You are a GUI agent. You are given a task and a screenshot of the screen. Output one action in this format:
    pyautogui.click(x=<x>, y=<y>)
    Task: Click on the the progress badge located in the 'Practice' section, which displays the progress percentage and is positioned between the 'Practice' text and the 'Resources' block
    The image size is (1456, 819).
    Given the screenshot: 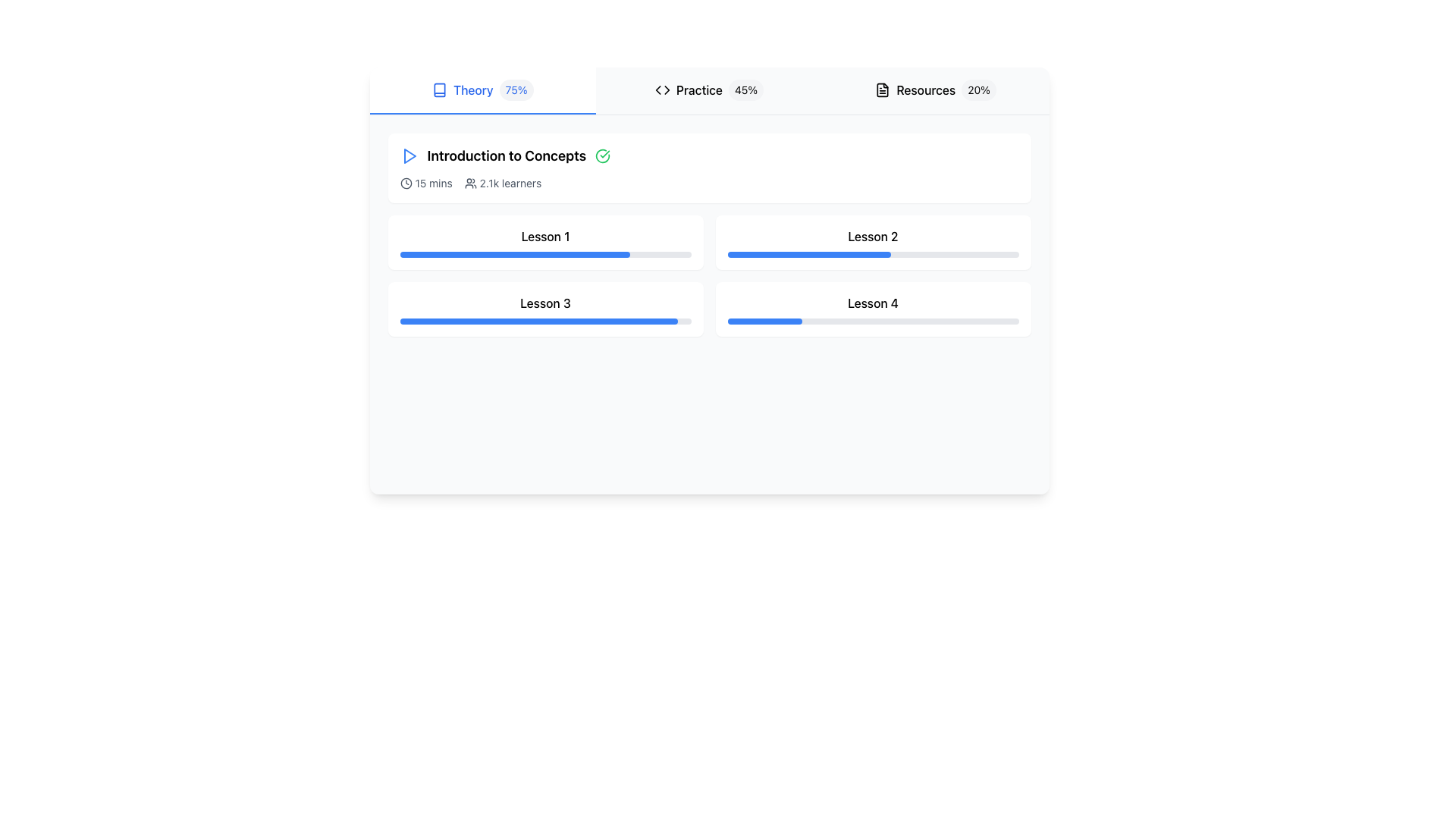 What is the action you would take?
    pyautogui.click(x=745, y=90)
    